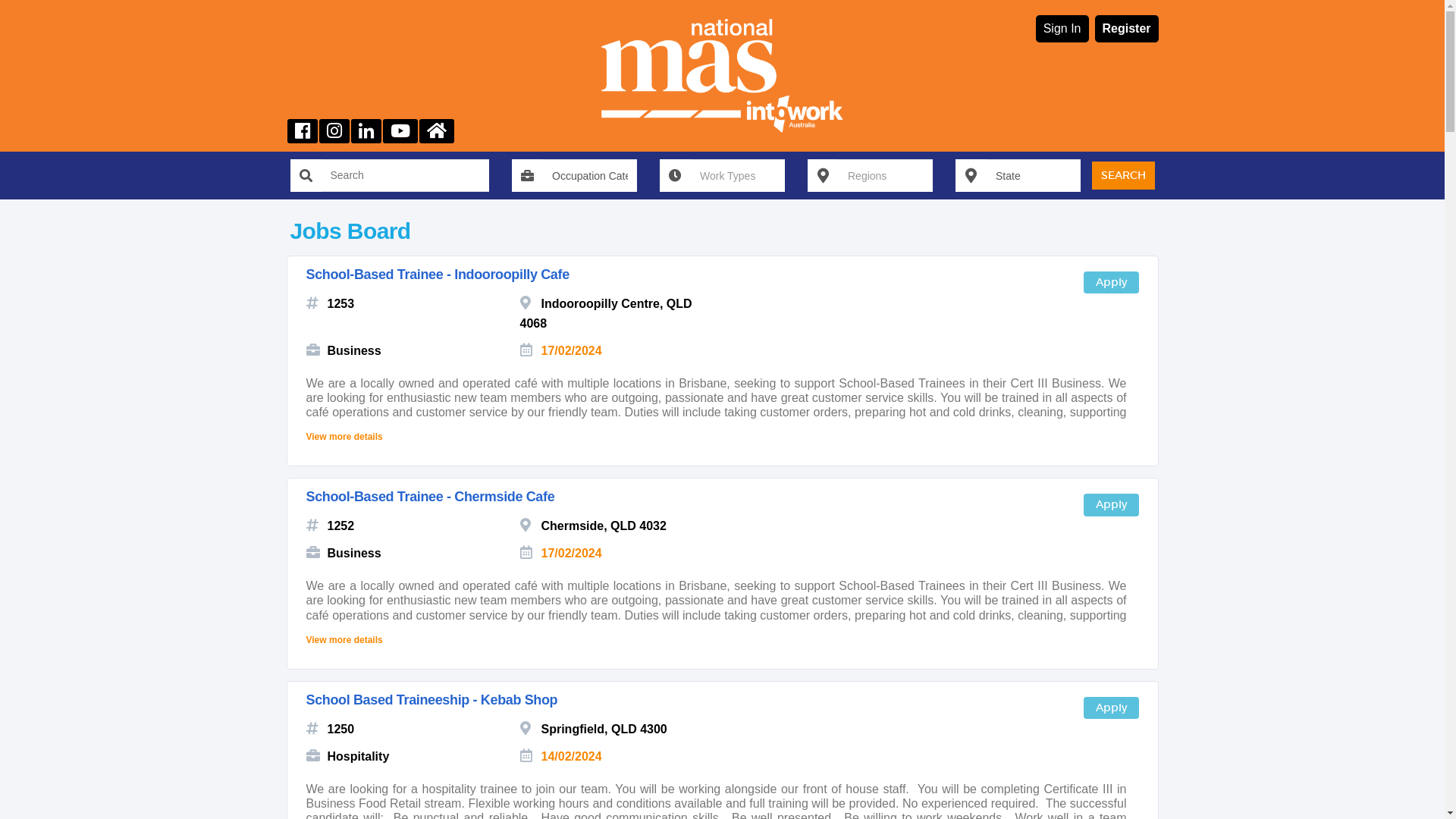  I want to click on 'SEARCH', so click(1123, 174).